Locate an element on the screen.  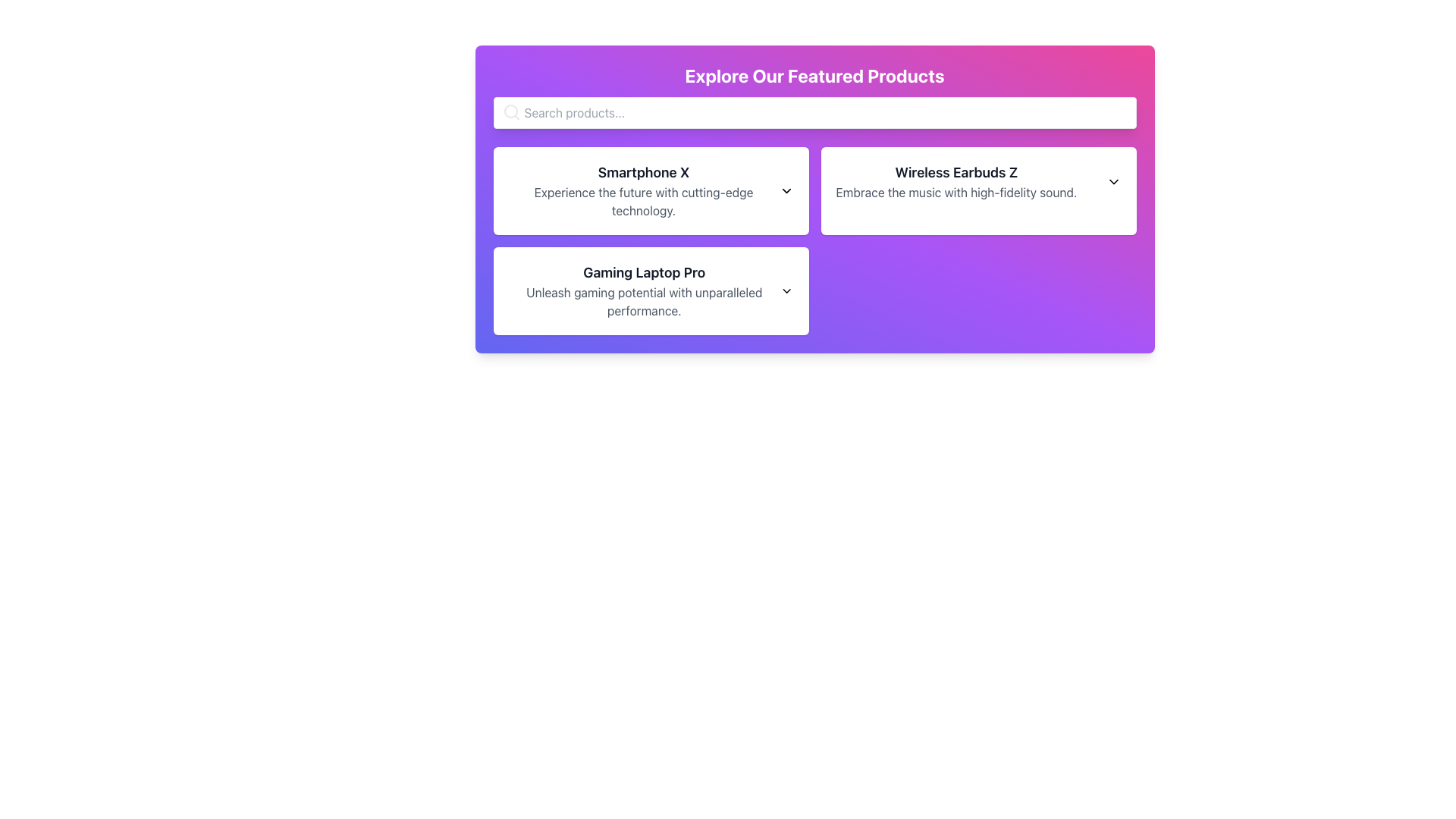
the text block providing descriptive information about 'Smartphone X', located below the title in the upper-left segment of the grid layout is located at coordinates (644, 201).